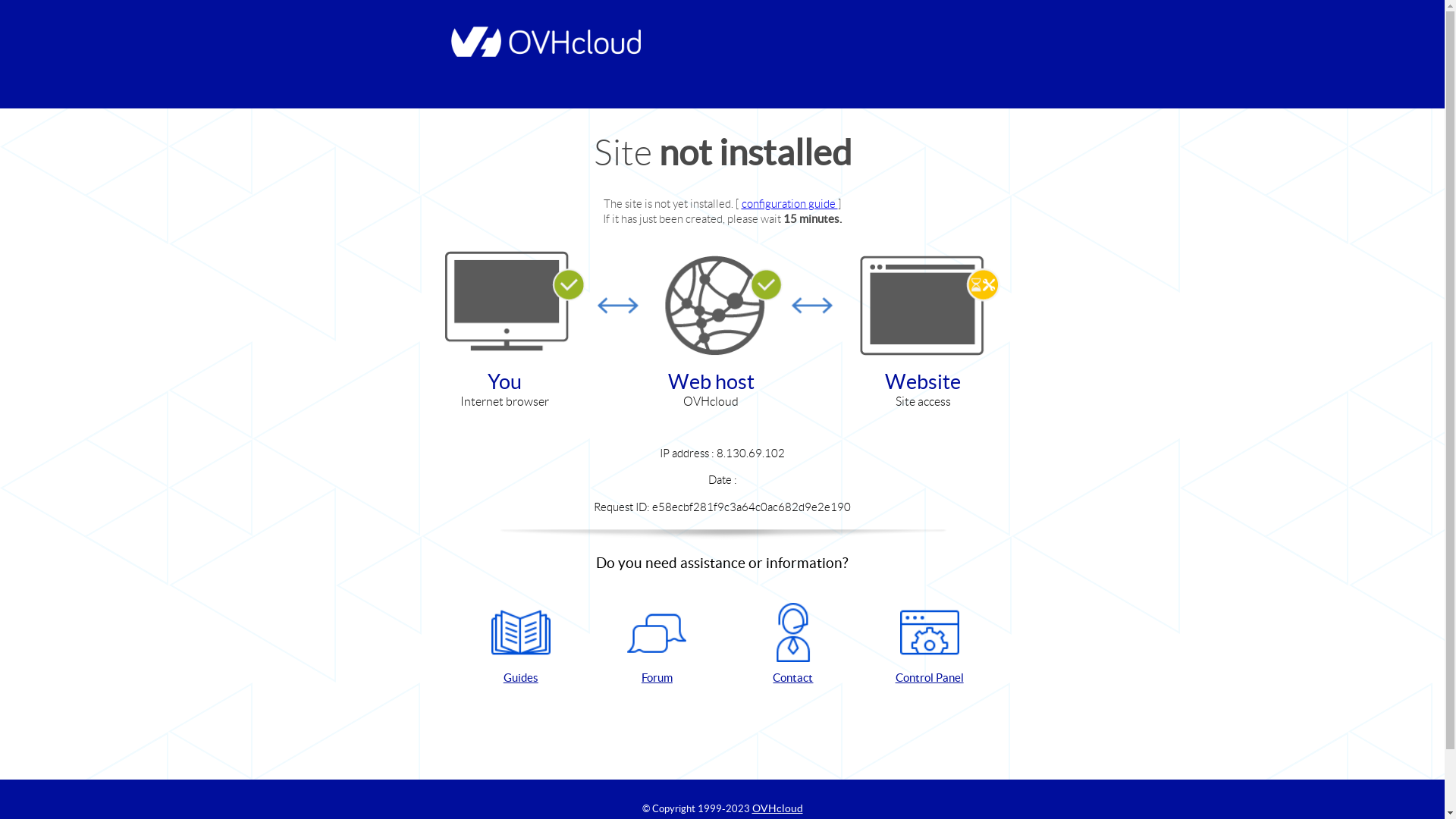  What do you see at coordinates (520, 644) in the screenshot?
I see `'Guides'` at bounding box center [520, 644].